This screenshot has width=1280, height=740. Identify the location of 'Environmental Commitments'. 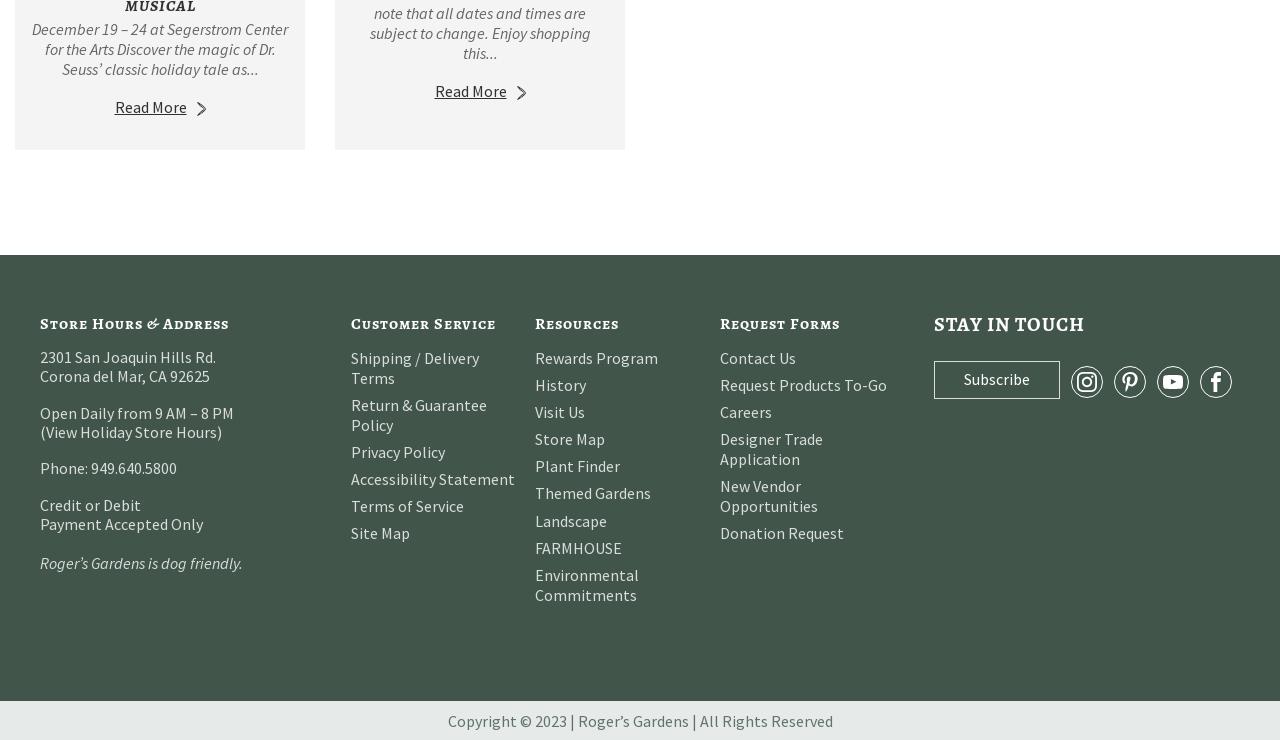
(586, 583).